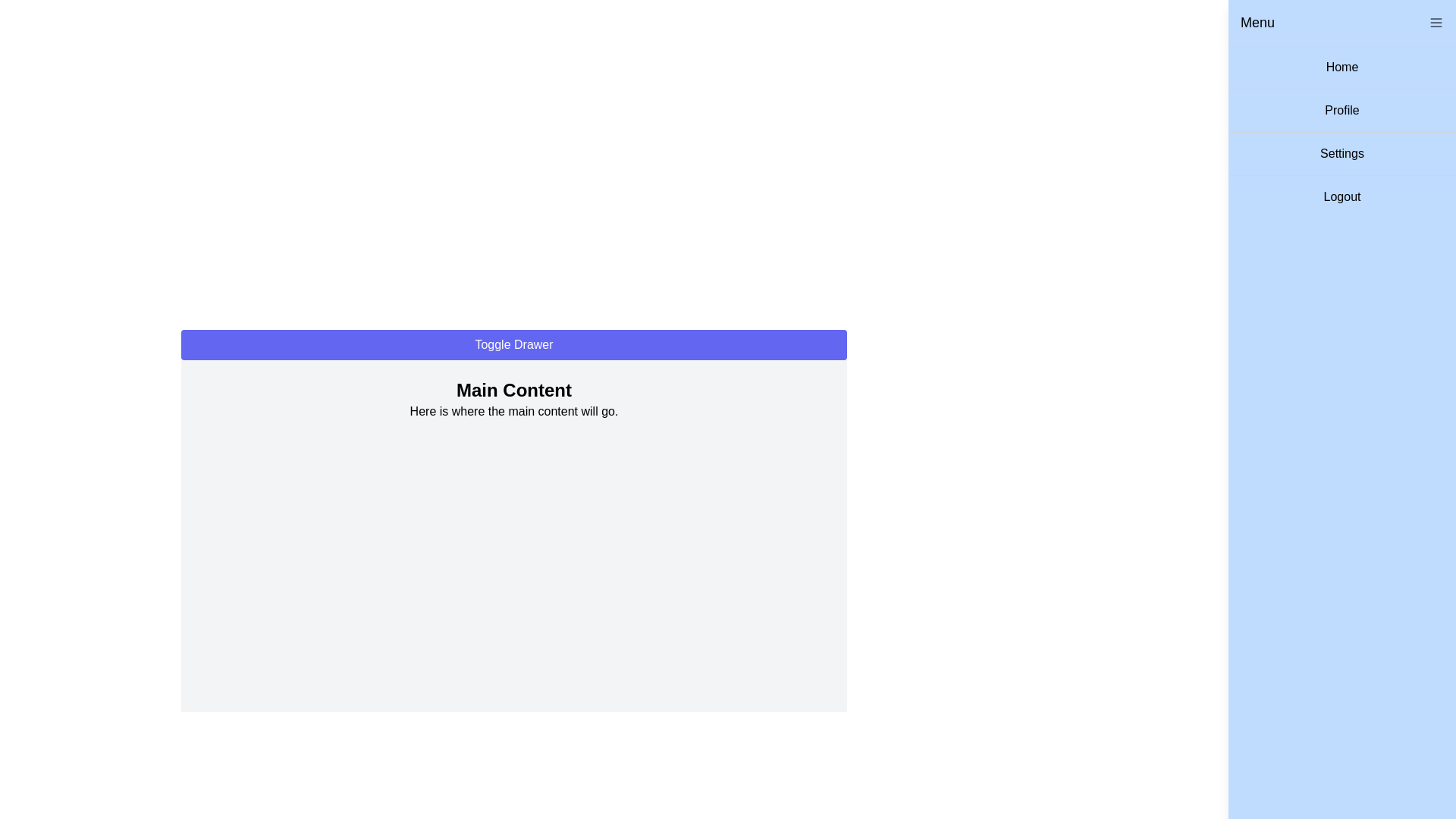 This screenshot has width=1456, height=819. What do you see at coordinates (513, 345) in the screenshot?
I see `the button at the top of the main content area` at bounding box center [513, 345].